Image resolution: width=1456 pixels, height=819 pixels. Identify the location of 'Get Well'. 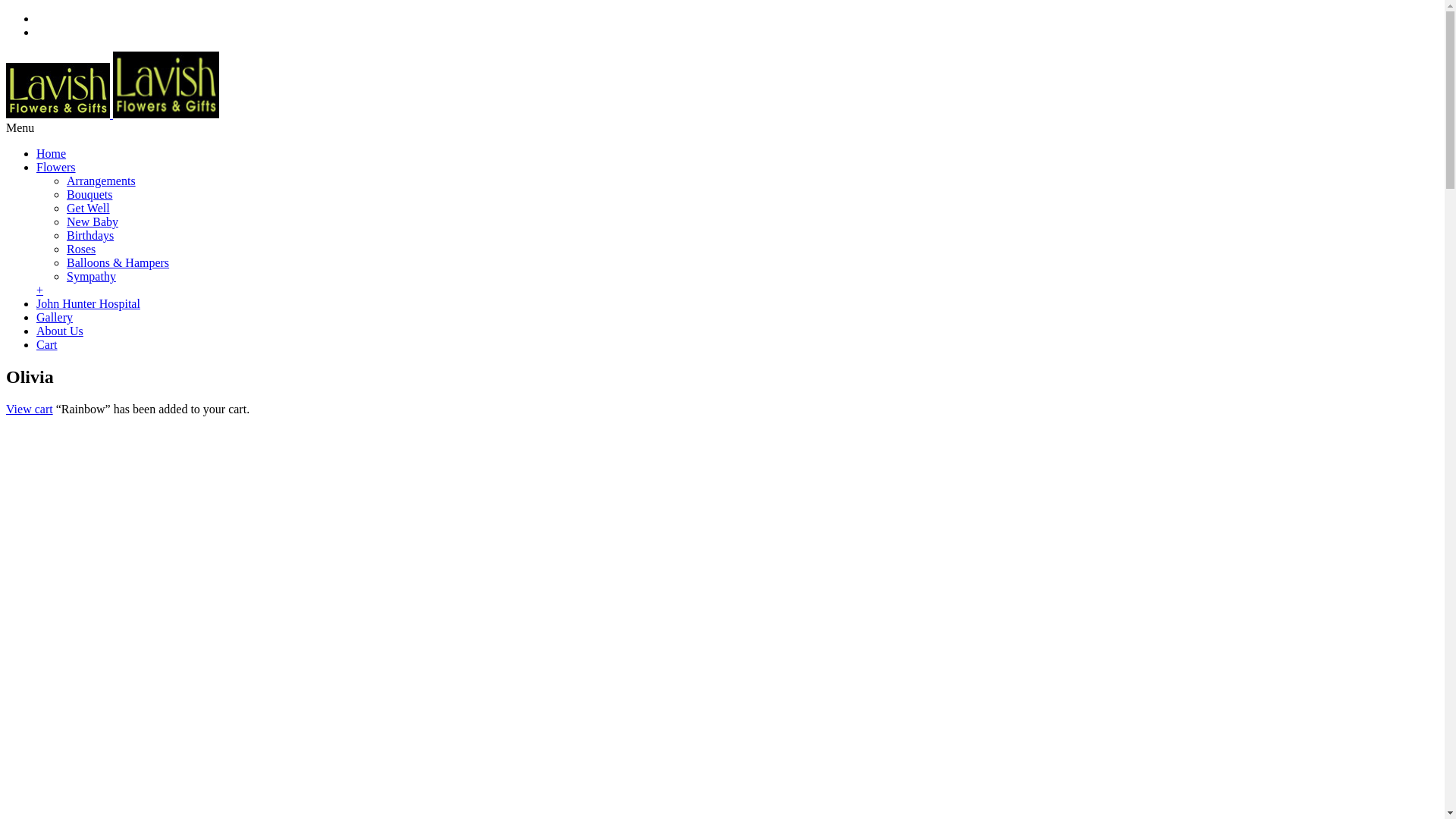
(87, 208).